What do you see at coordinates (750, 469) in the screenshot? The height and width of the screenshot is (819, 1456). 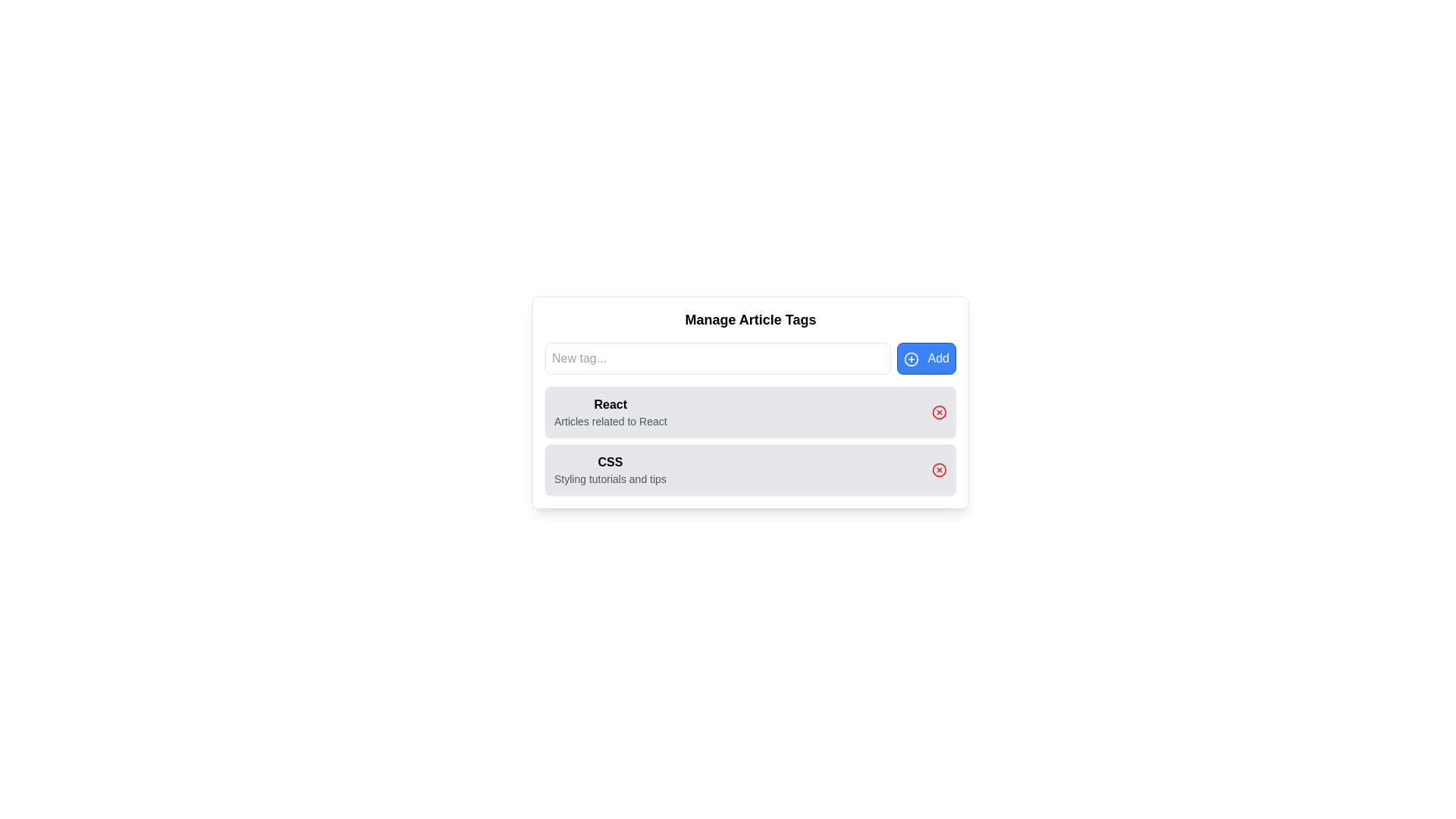 I see `the List item with the label 'CSS' that contains a smaller description 'Styling tutorials and tips' and a red 'X' button on the right-hand side` at bounding box center [750, 469].